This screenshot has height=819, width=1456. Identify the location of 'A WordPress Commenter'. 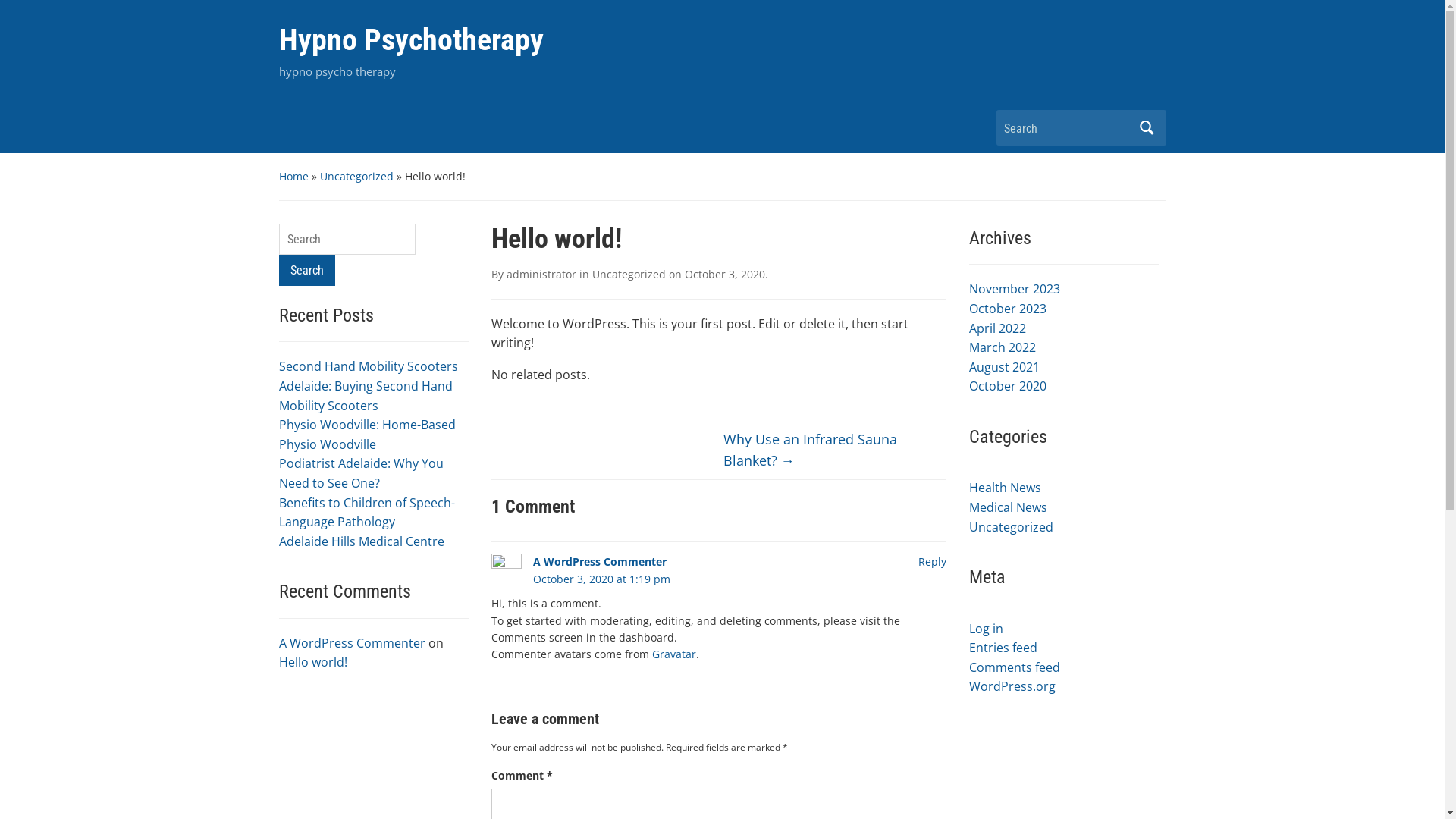
(351, 643).